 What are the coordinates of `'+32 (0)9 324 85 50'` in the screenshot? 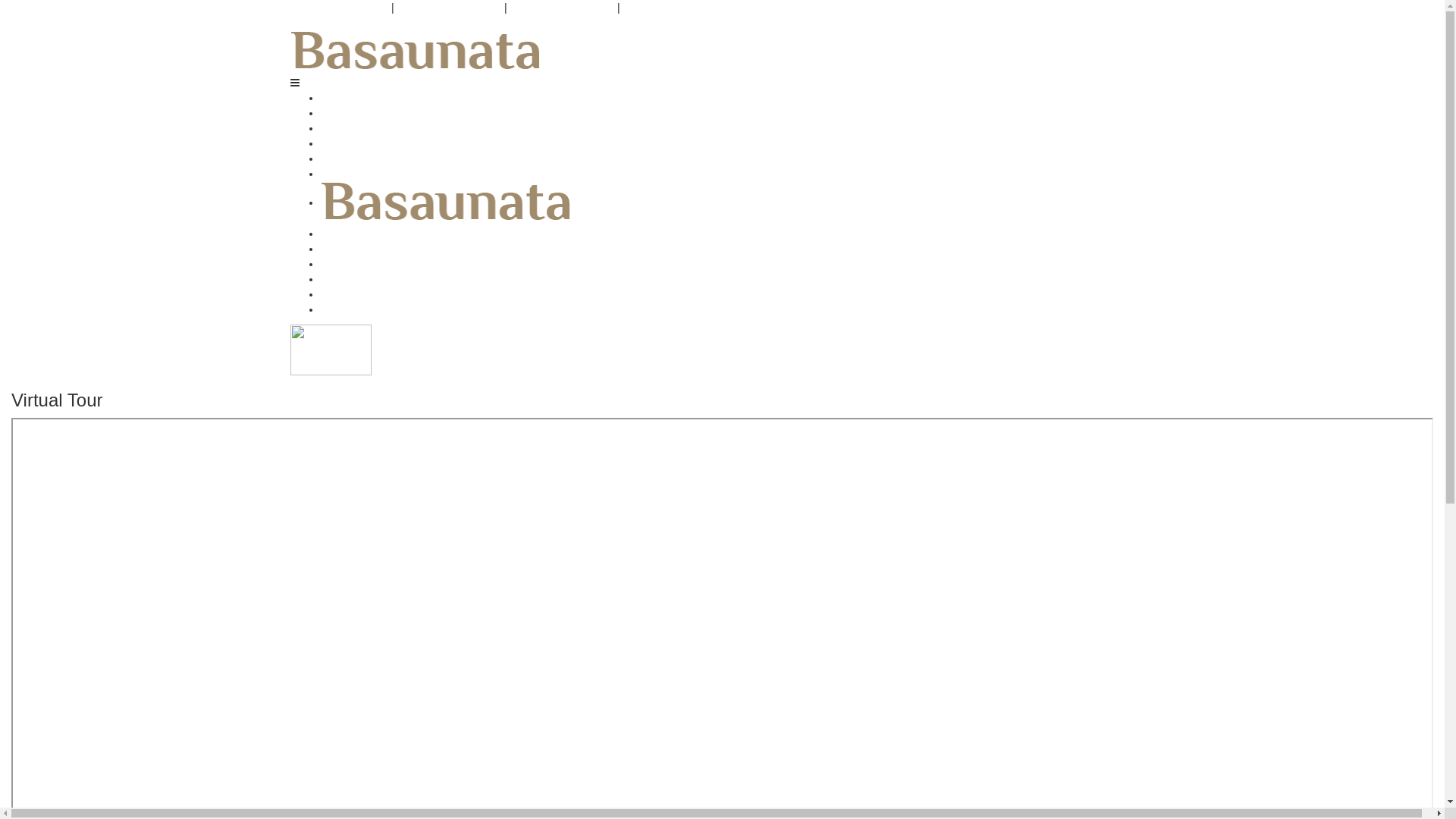 It's located at (337, 8).